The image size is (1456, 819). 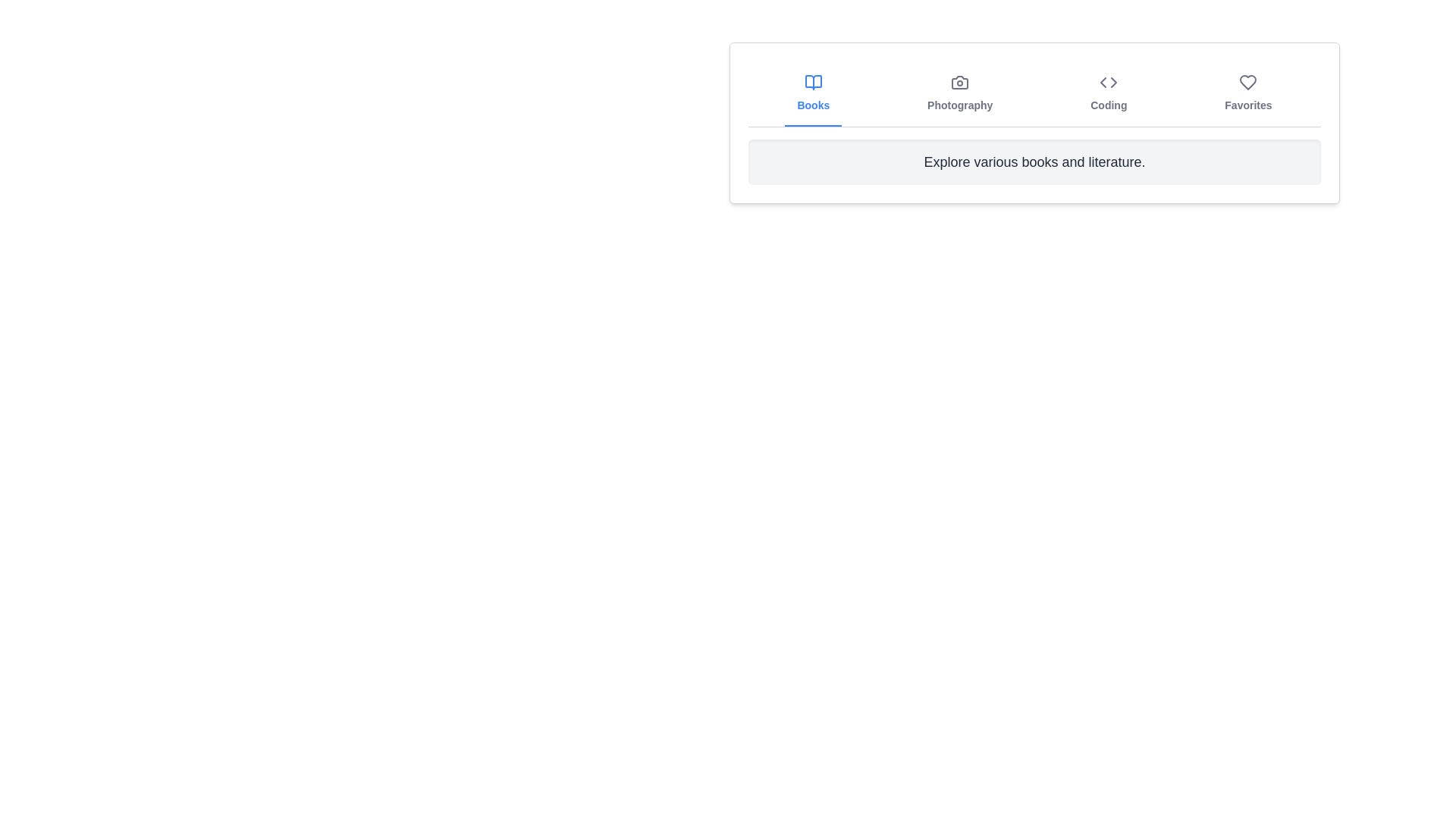 What do you see at coordinates (1248, 93) in the screenshot?
I see `the 'Favorites' navigation button located at the far-right side of the button set in the header component` at bounding box center [1248, 93].